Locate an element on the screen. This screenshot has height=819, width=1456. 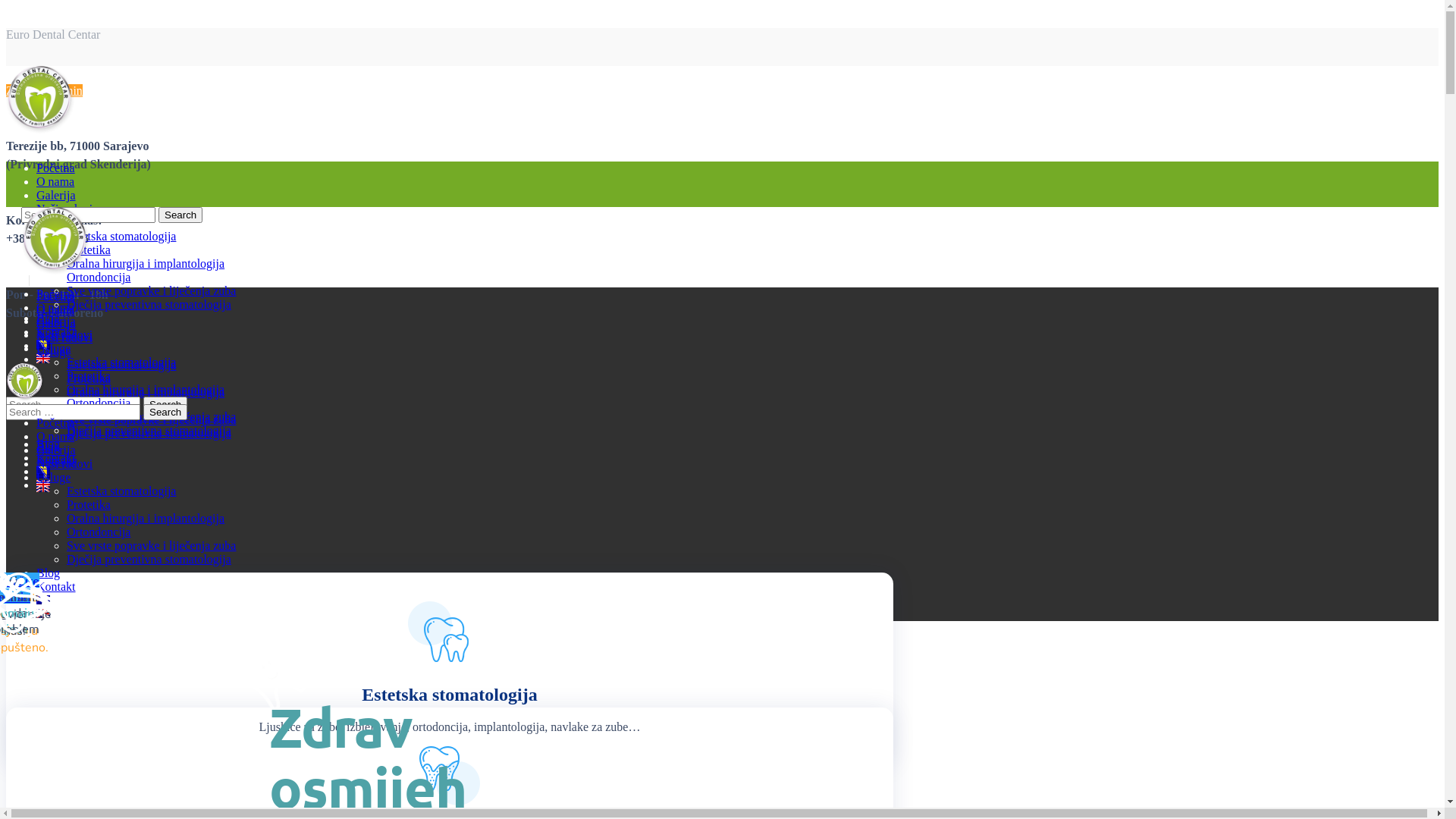
'Galerija' is located at coordinates (55, 194).